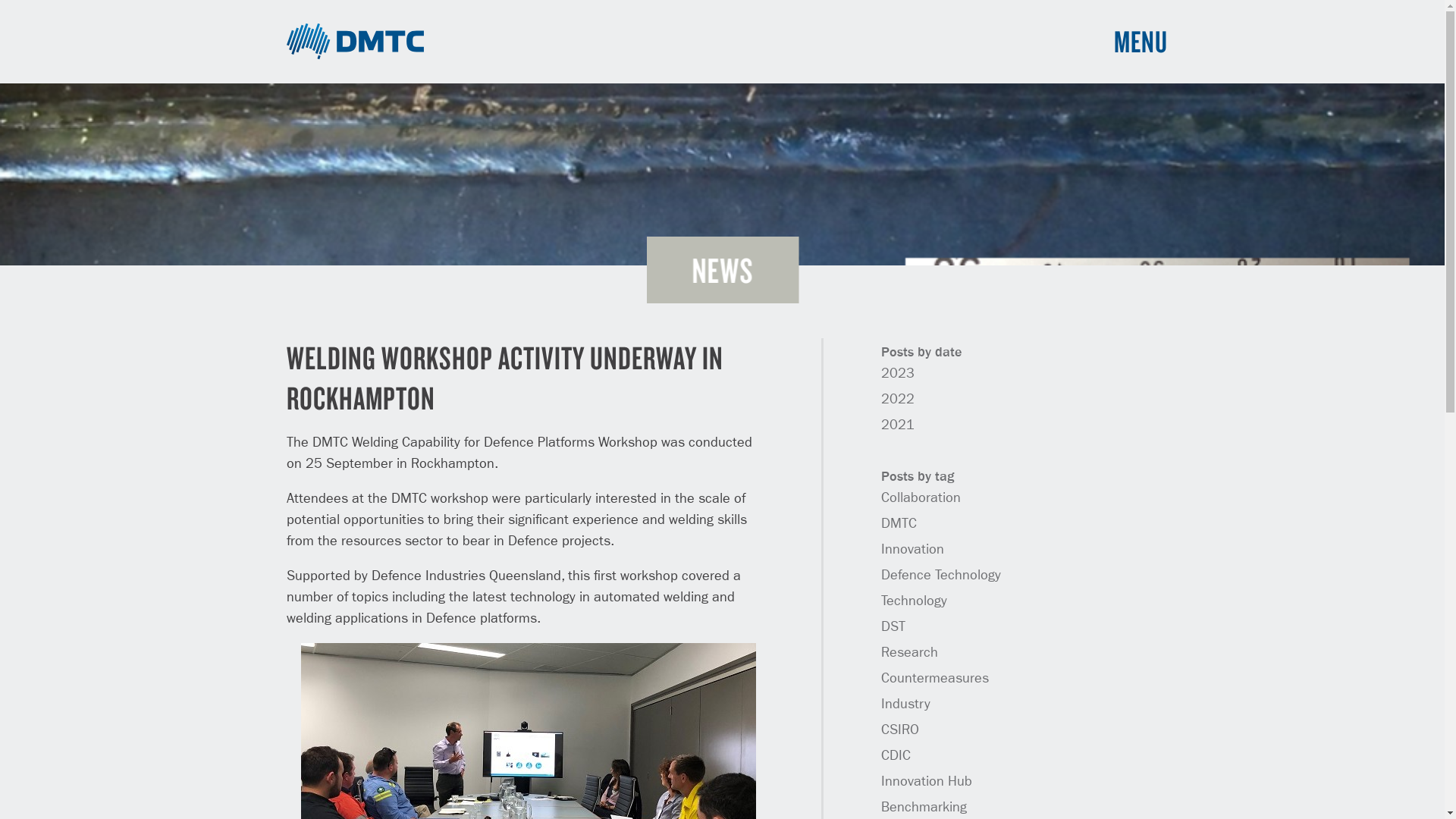  What do you see at coordinates (721, 268) in the screenshot?
I see `'NEWS'` at bounding box center [721, 268].